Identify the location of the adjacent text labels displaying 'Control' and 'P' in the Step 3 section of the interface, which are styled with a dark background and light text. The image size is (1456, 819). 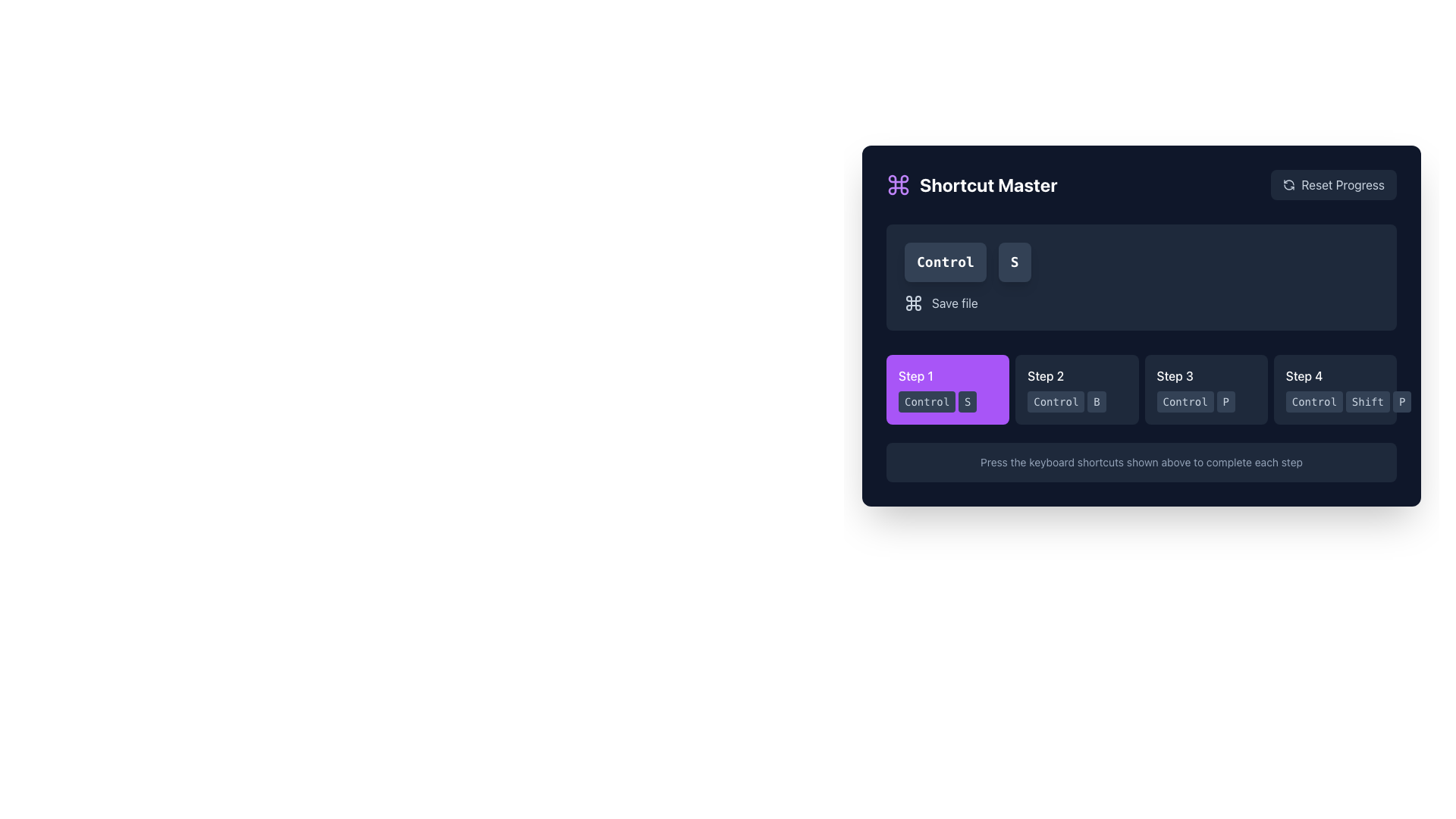
(1205, 400).